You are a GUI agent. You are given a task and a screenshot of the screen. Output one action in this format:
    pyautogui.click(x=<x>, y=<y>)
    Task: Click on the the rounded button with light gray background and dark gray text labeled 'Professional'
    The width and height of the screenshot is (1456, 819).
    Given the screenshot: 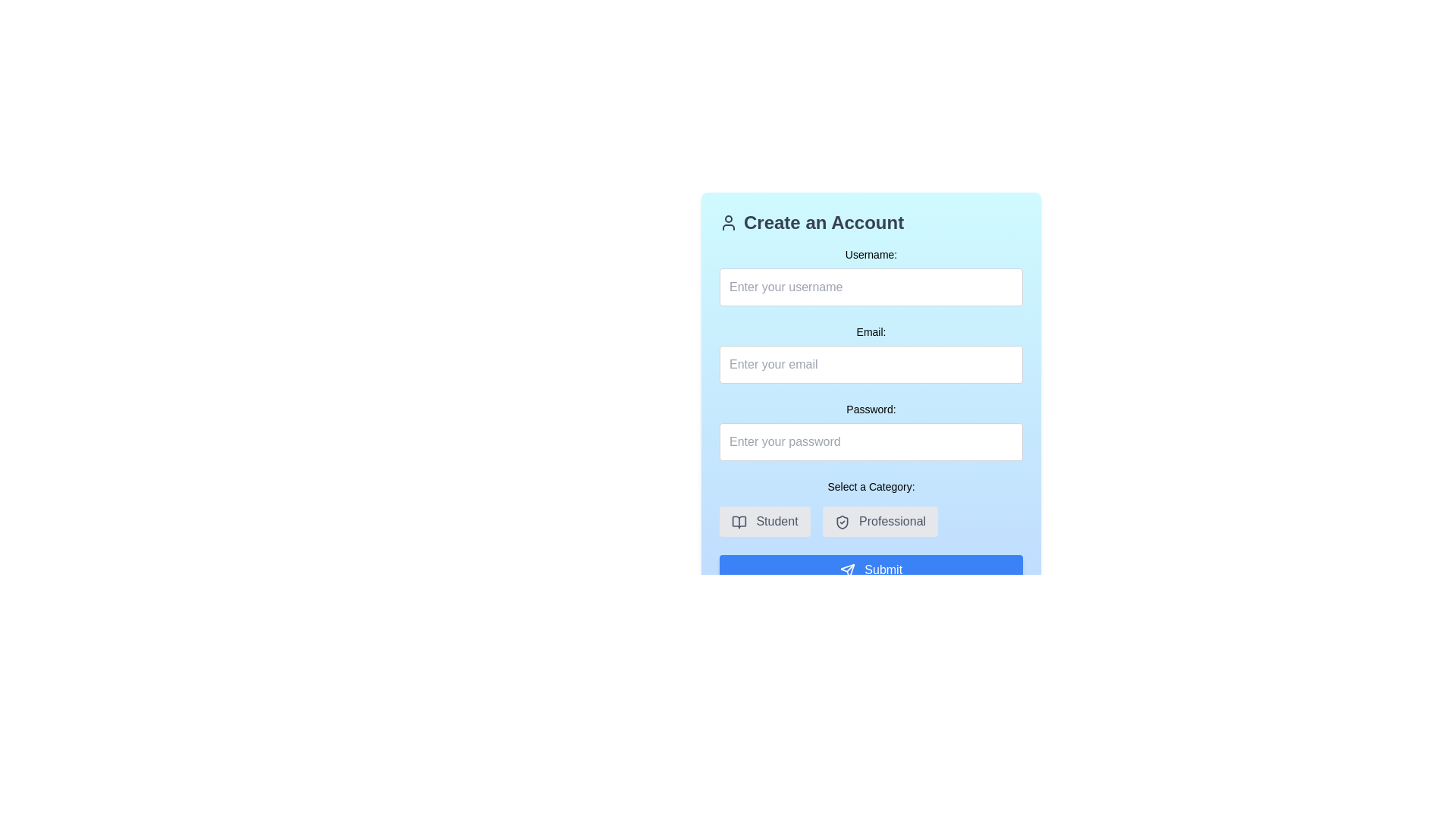 What is the action you would take?
    pyautogui.click(x=880, y=520)
    